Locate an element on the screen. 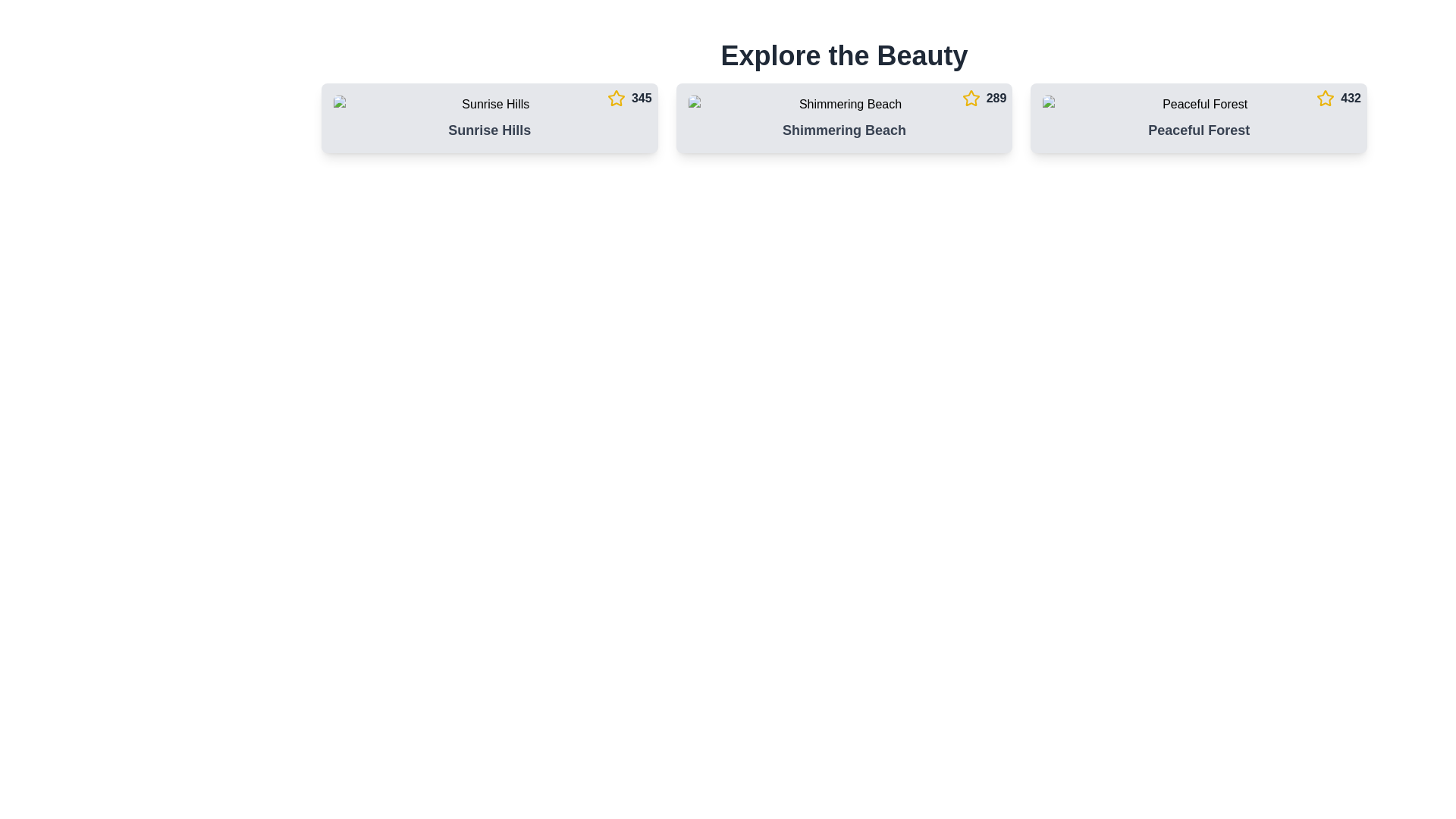 The width and height of the screenshot is (1456, 819). the image with rounded corners and a light grey background in the third column of the grid layout to enlarge it or navigate to related content is located at coordinates (1198, 104).